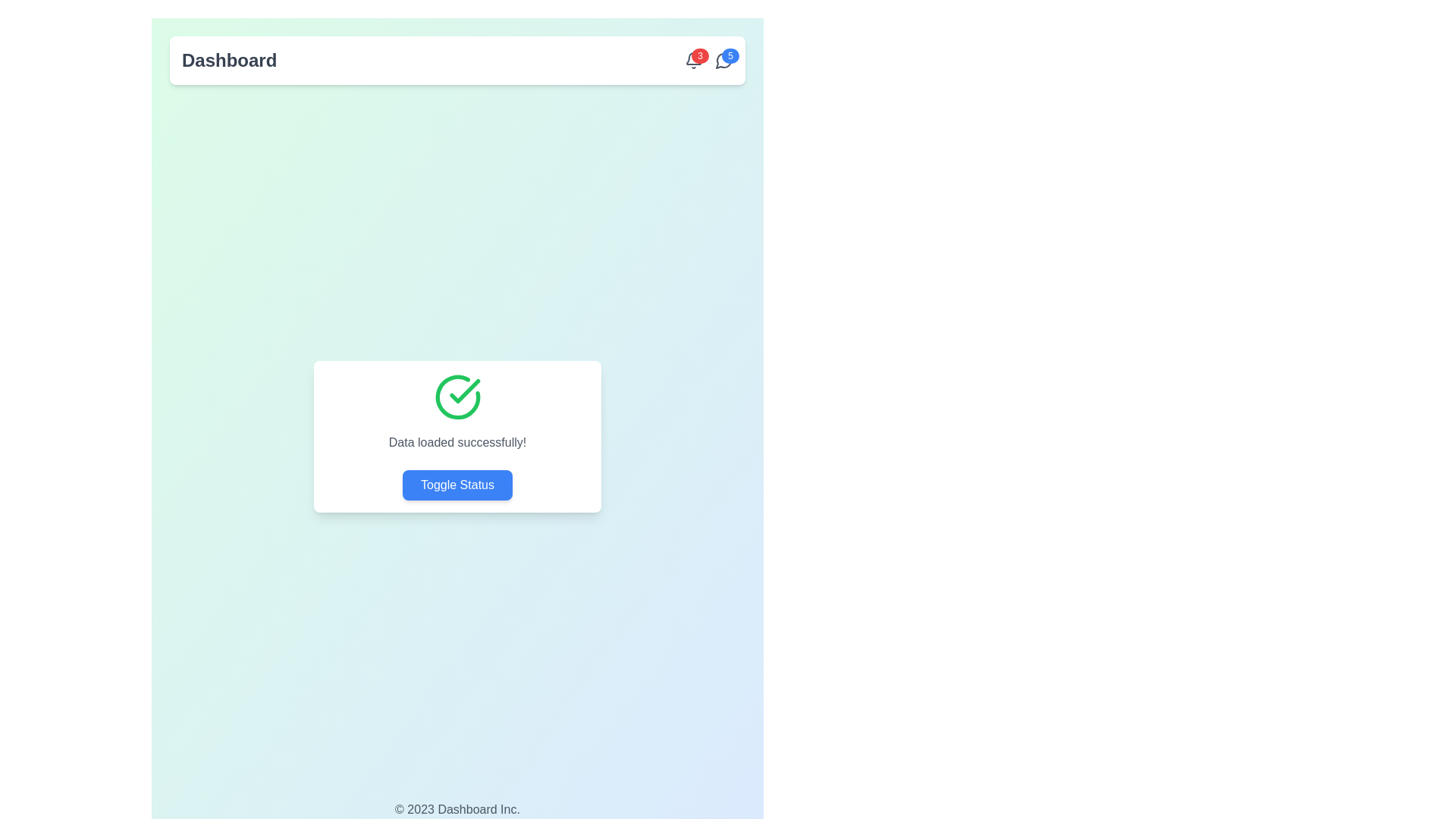 This screenshot has height=819, width=1456. What do you see at coordinates (723, 60) in the screenshot?
I see `notification count displayed on the blue circular badge containing the number '5' in white font, located at the top-right corner of the speech bubble icon` at bounding box center [723, 60].